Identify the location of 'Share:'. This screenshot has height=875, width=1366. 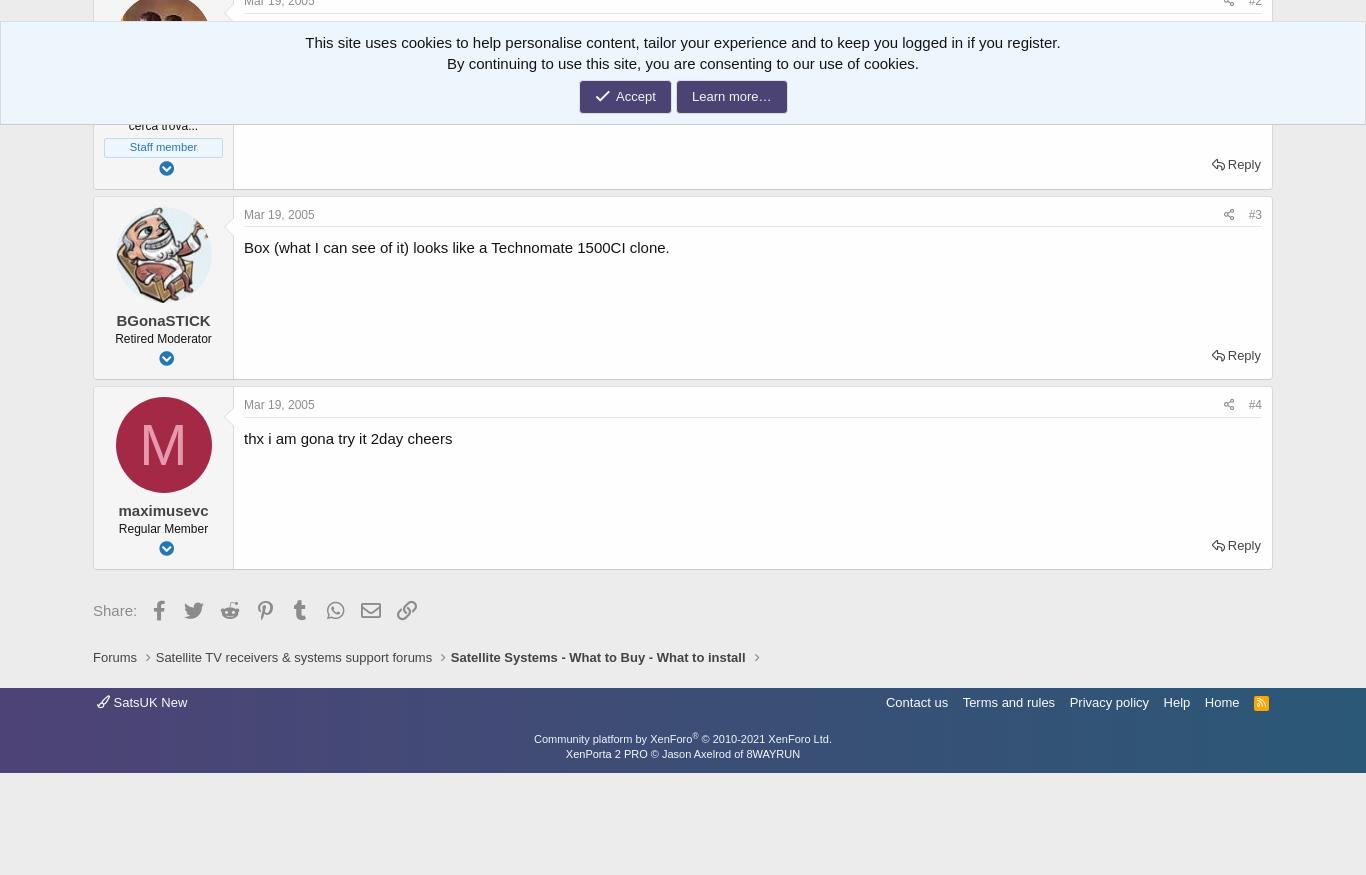
(114, 610).